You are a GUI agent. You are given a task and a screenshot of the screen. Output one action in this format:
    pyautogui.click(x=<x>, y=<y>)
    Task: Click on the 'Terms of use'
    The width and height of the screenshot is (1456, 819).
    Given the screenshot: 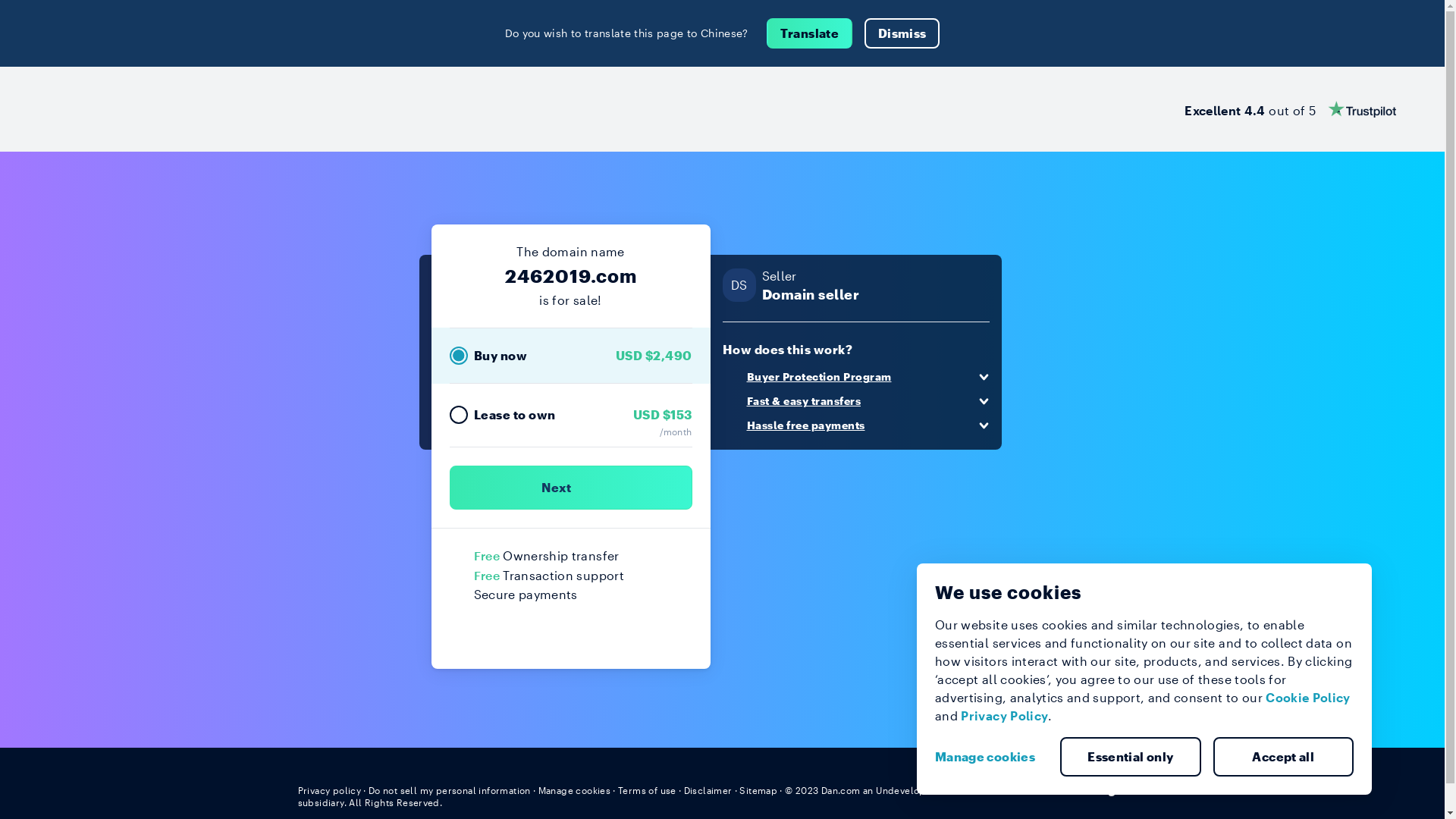 What is the action you would take?
    pyautogui.click(x=647, y=789)
    